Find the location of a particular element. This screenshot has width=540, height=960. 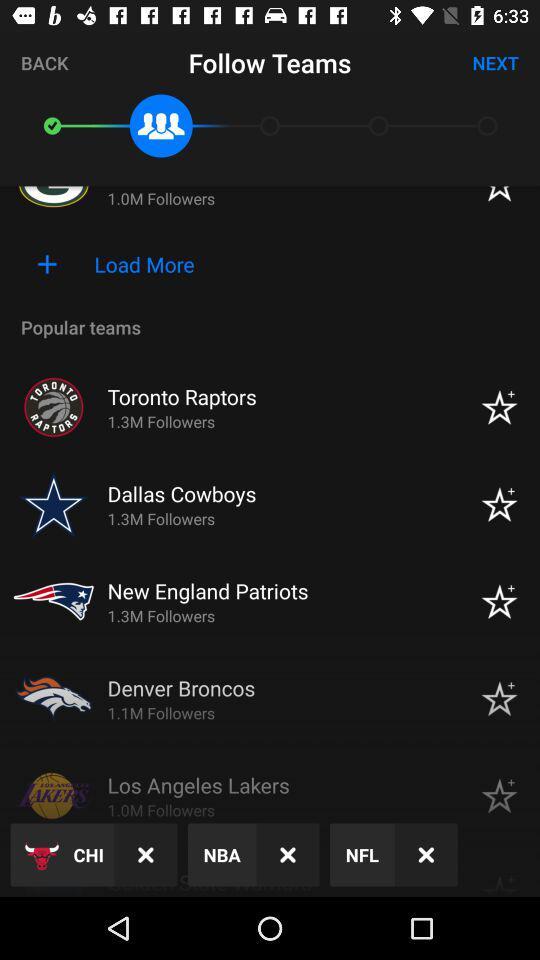

the close icon is located at coordinates (144, 853).